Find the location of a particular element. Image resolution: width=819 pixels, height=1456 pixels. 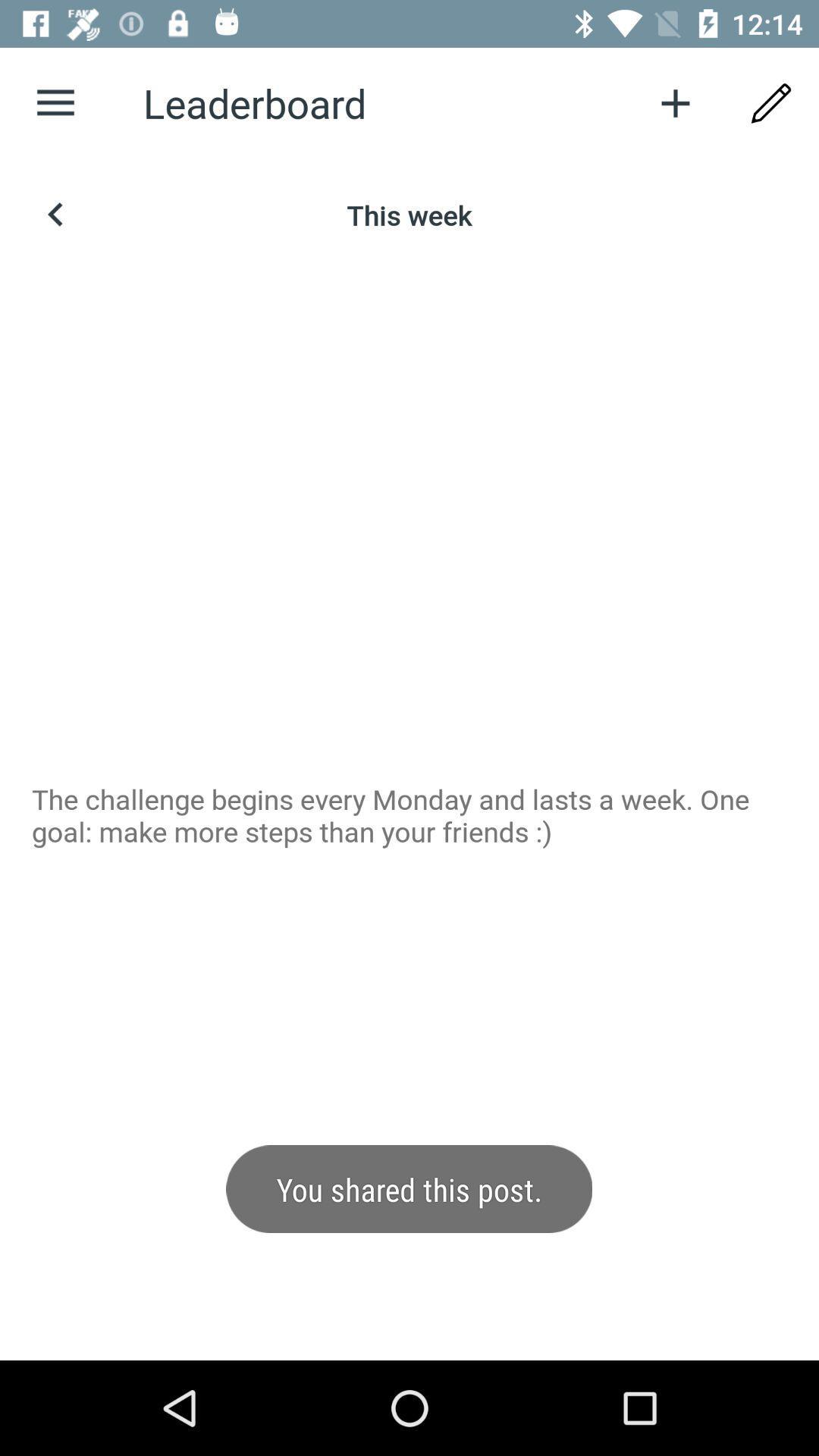

the arrow_backward icon is located at coordinates (55, 214).